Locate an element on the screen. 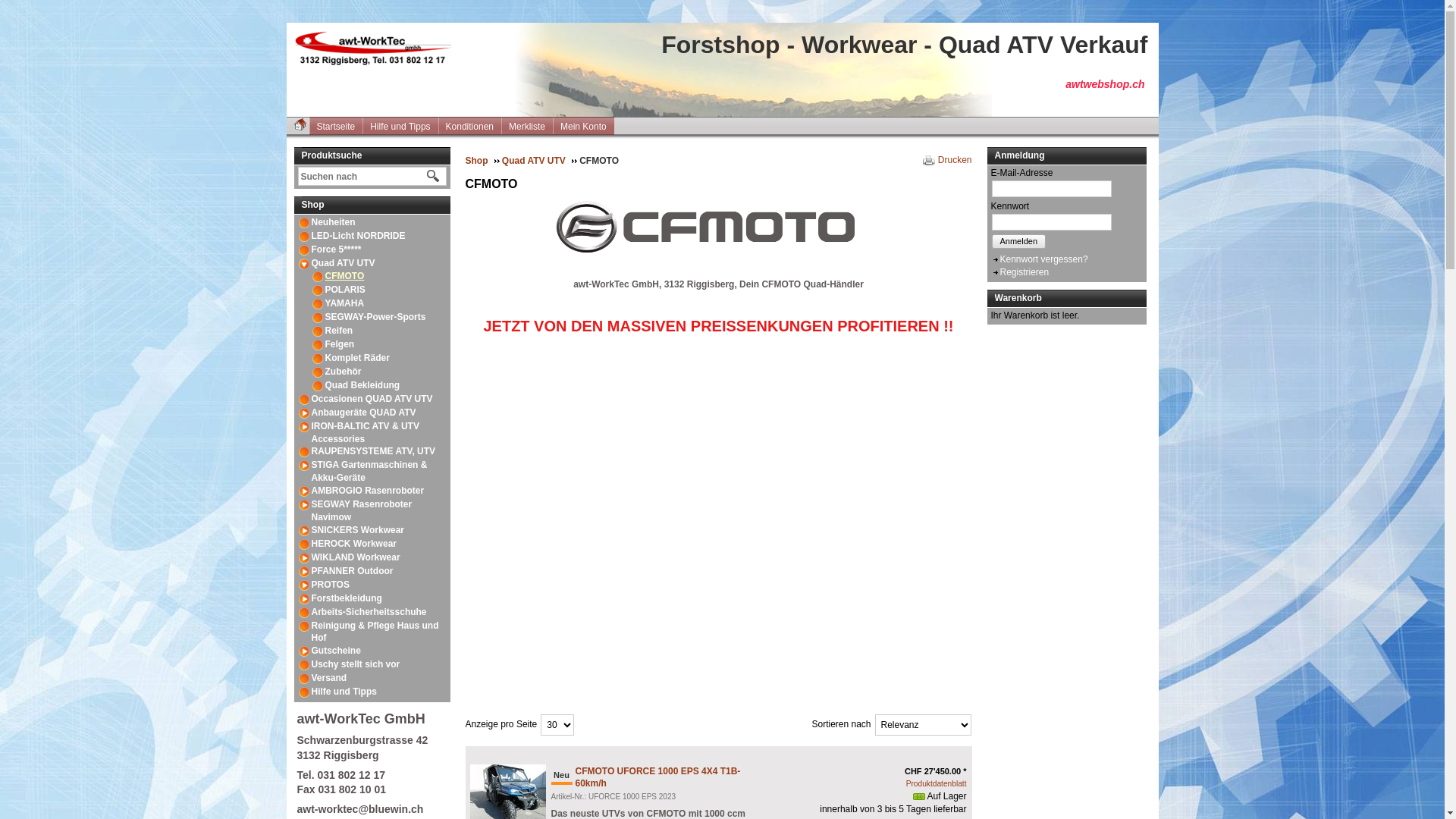  'CFMOTO' is located at coordinates (344, 275).